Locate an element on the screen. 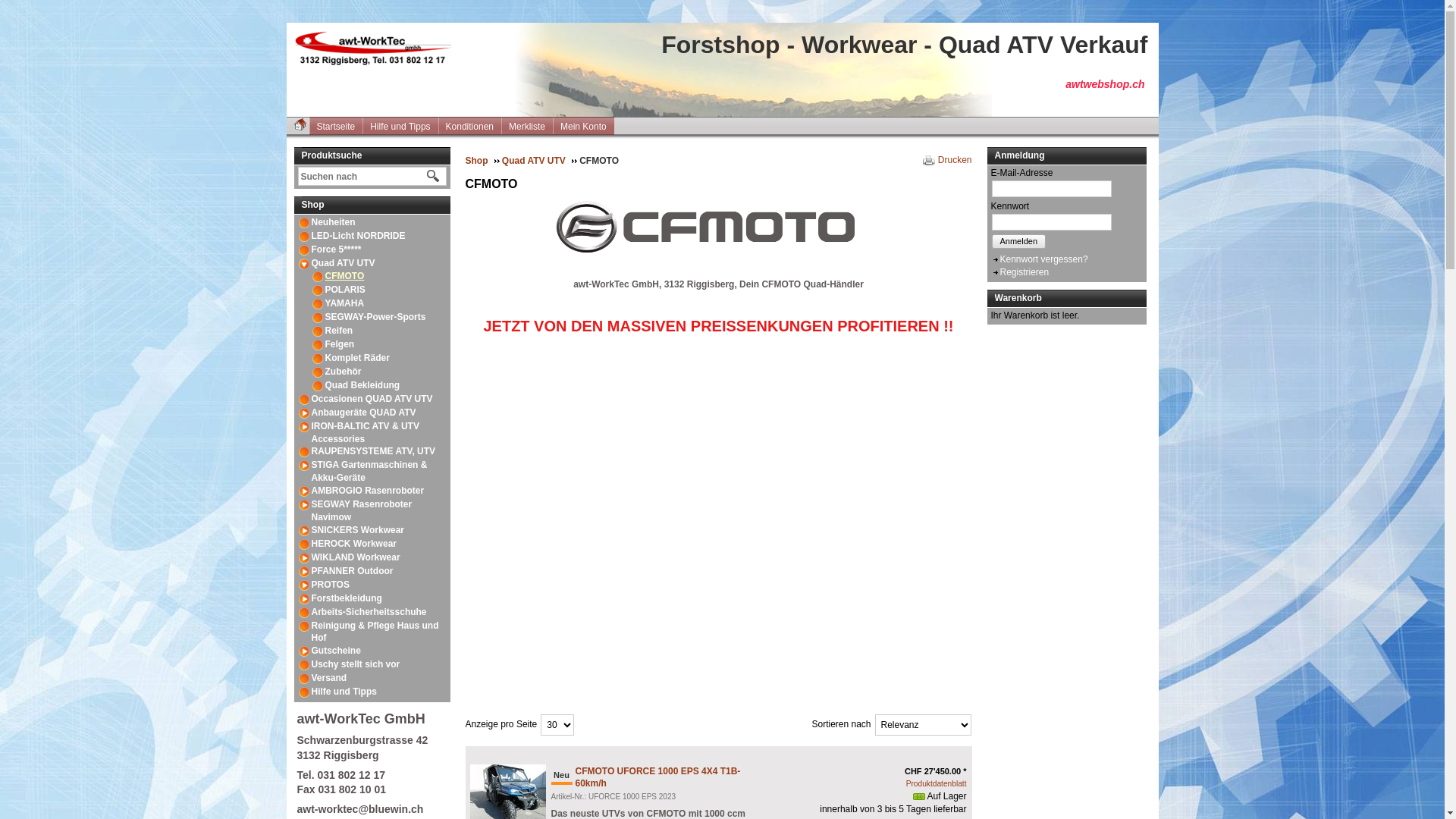  'CFMOTO' is located at coordinates (344, 275).